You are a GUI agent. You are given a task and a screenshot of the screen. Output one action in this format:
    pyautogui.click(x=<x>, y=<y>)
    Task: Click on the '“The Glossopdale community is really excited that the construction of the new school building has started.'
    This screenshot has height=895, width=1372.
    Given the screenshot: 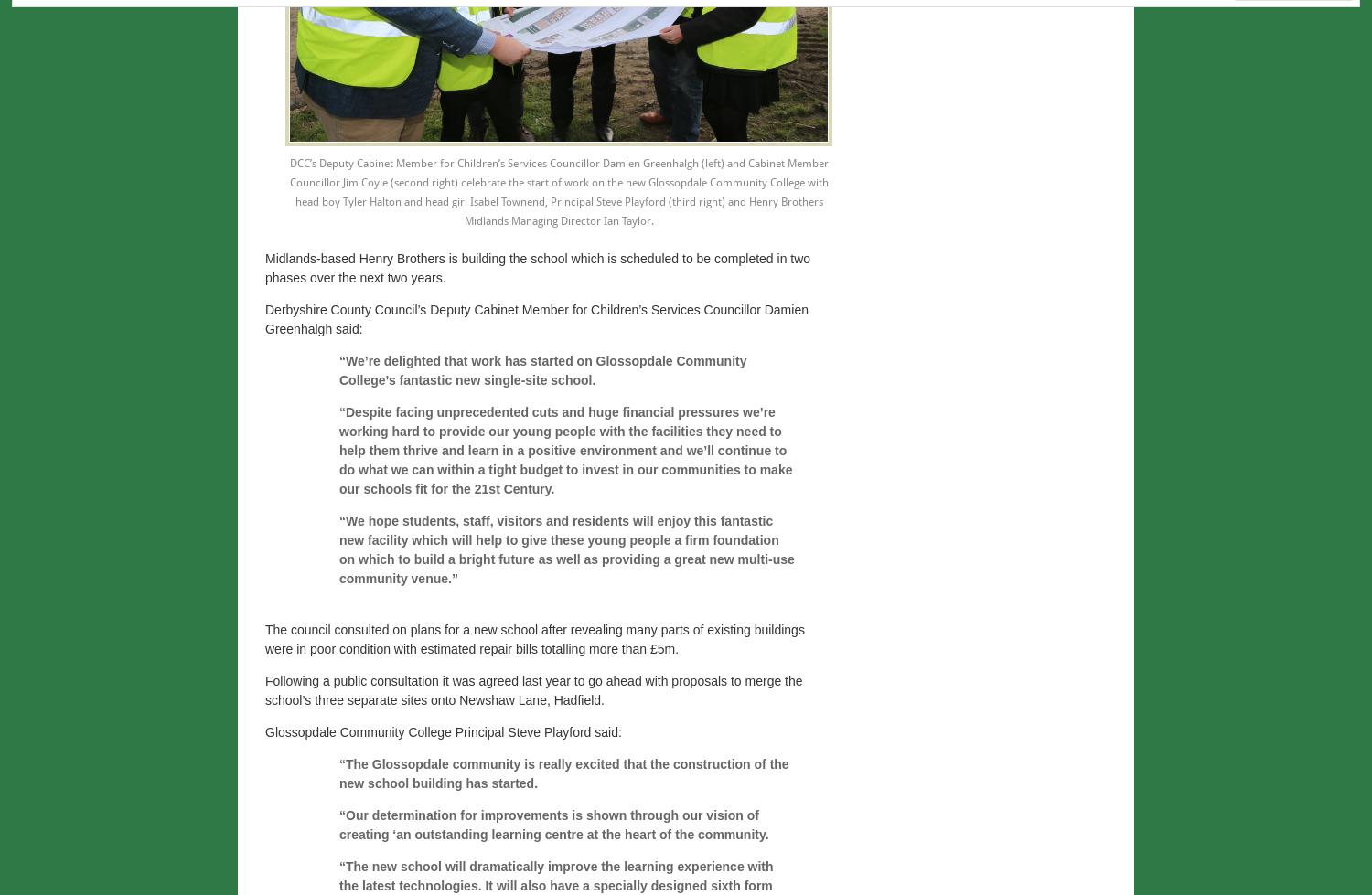 What is the action you would take?
    pyautogui.click(x=563, y=772)
    